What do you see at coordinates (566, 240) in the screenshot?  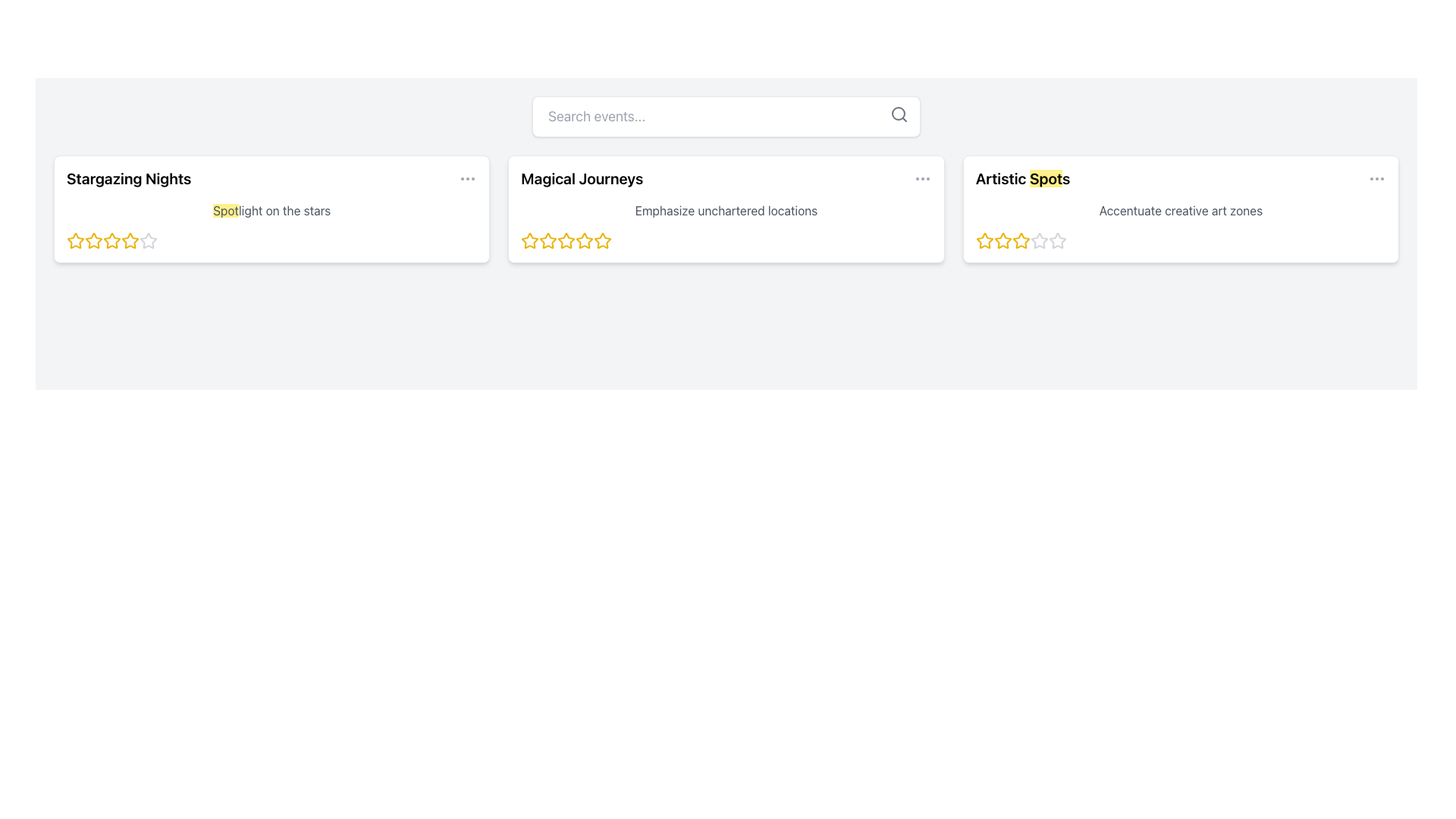 I see `the second star icon in the star rating system on the 'Magical Journeys' card to rate it` at bounding box center [566, 240].